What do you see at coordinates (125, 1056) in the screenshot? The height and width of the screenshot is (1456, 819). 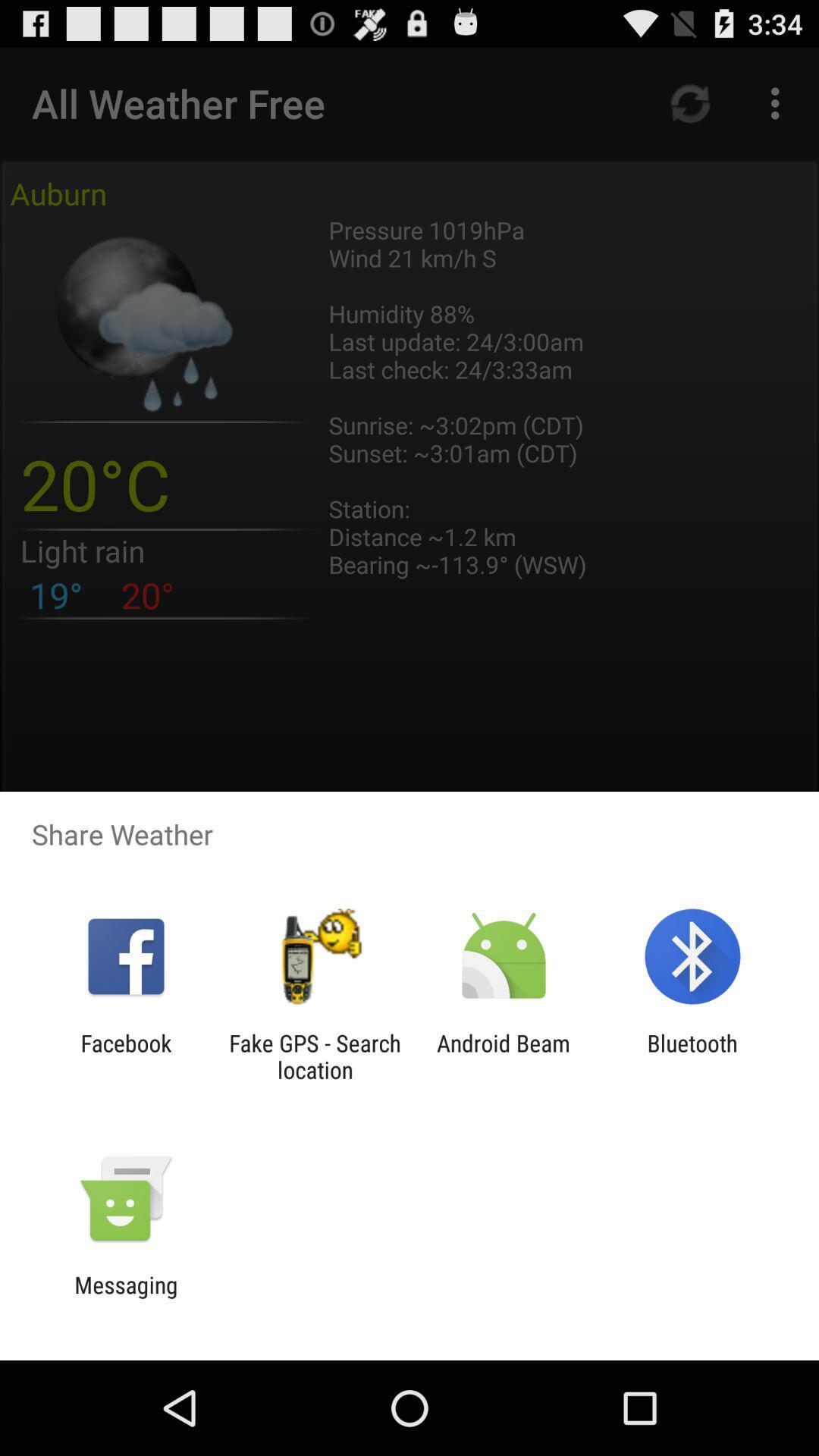 I see `facebook` at bounding box center [125, 1056].